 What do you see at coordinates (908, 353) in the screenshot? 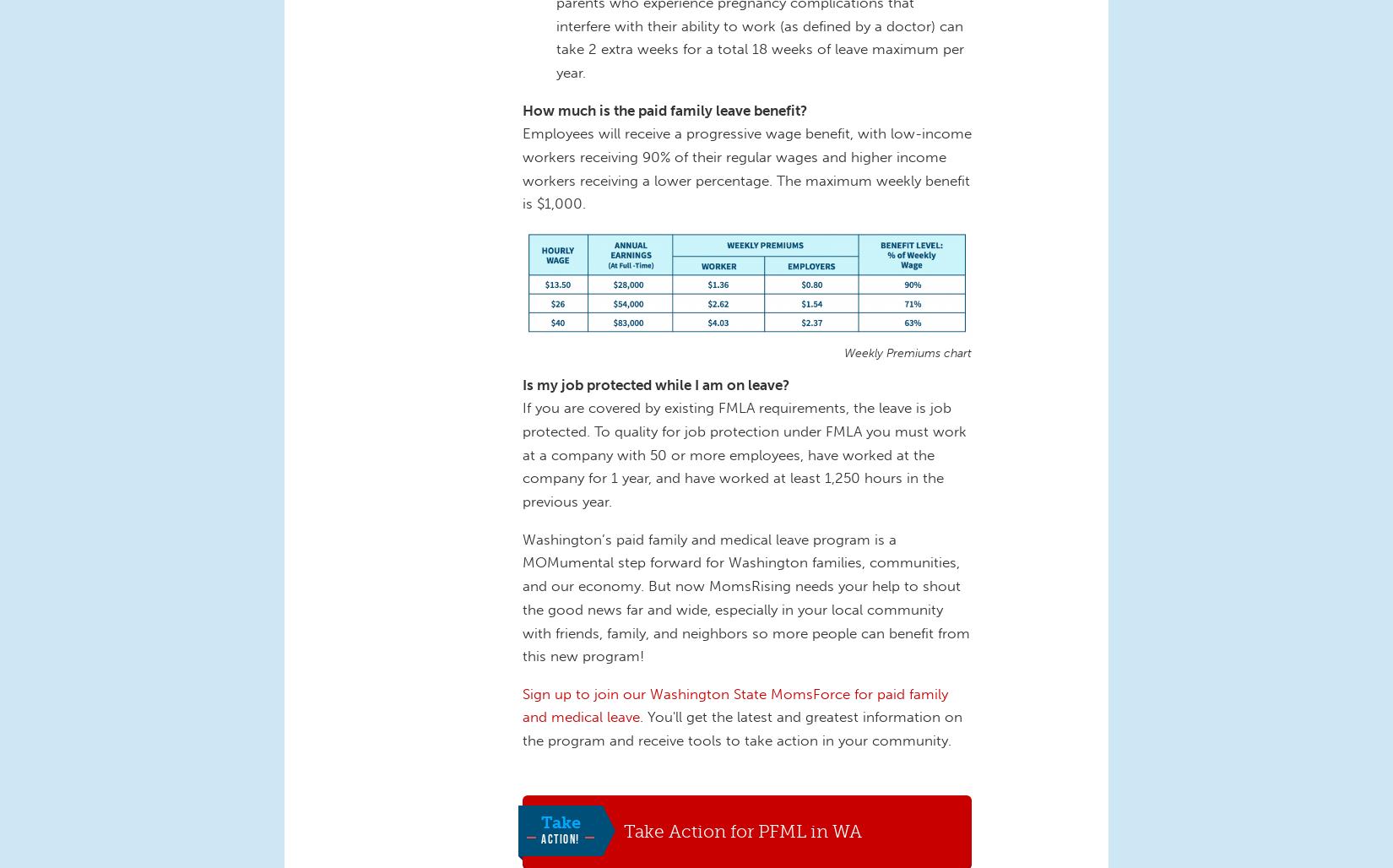
I see `'Weekly Premiums chart'` at bounding box center [908, 353].